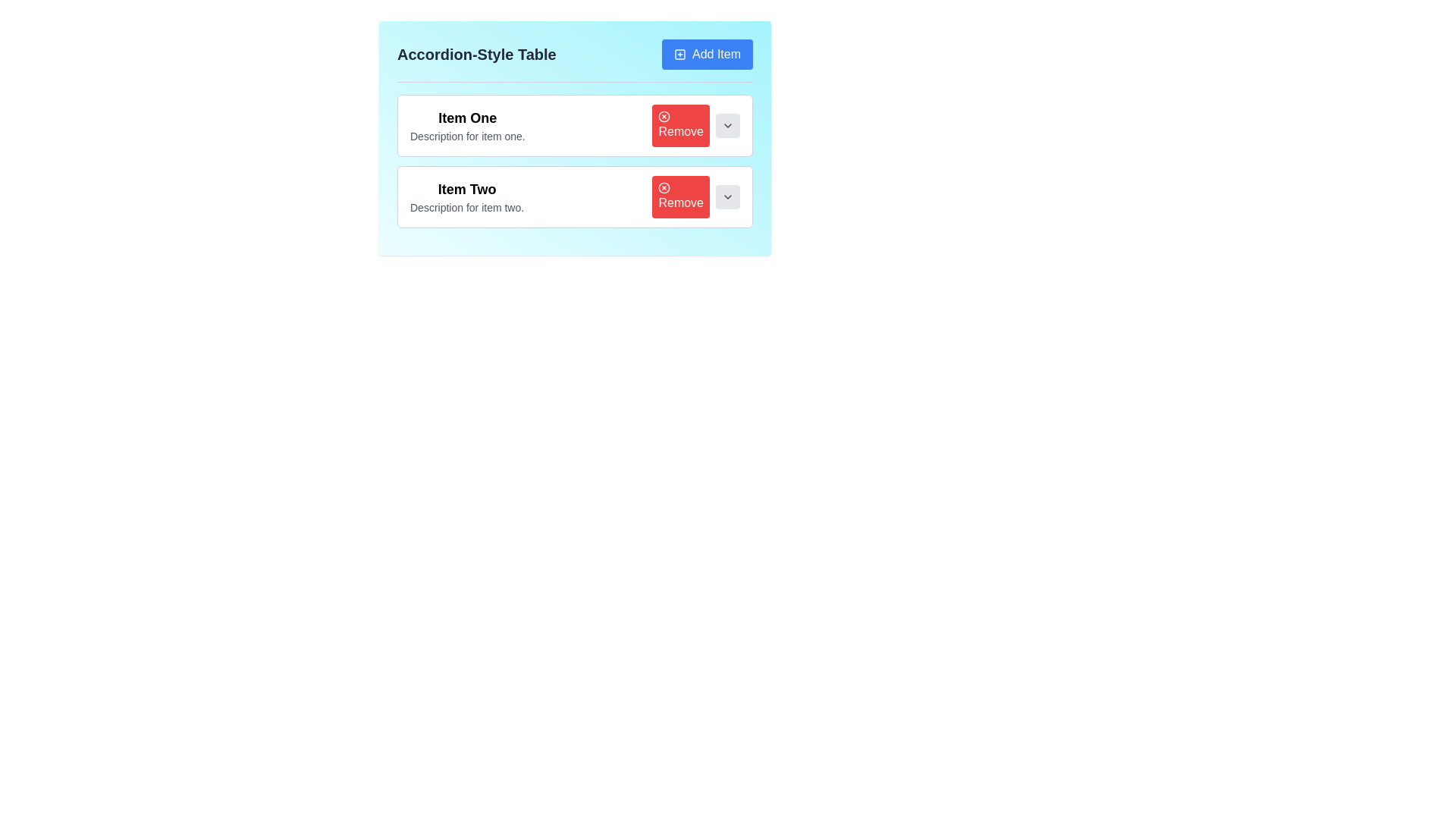  What do you see at coordinates (679, 124) in the screenshot?
I see `the 'Remove' button located on the right side of the top accordion item` at bounding box center [679, 124].